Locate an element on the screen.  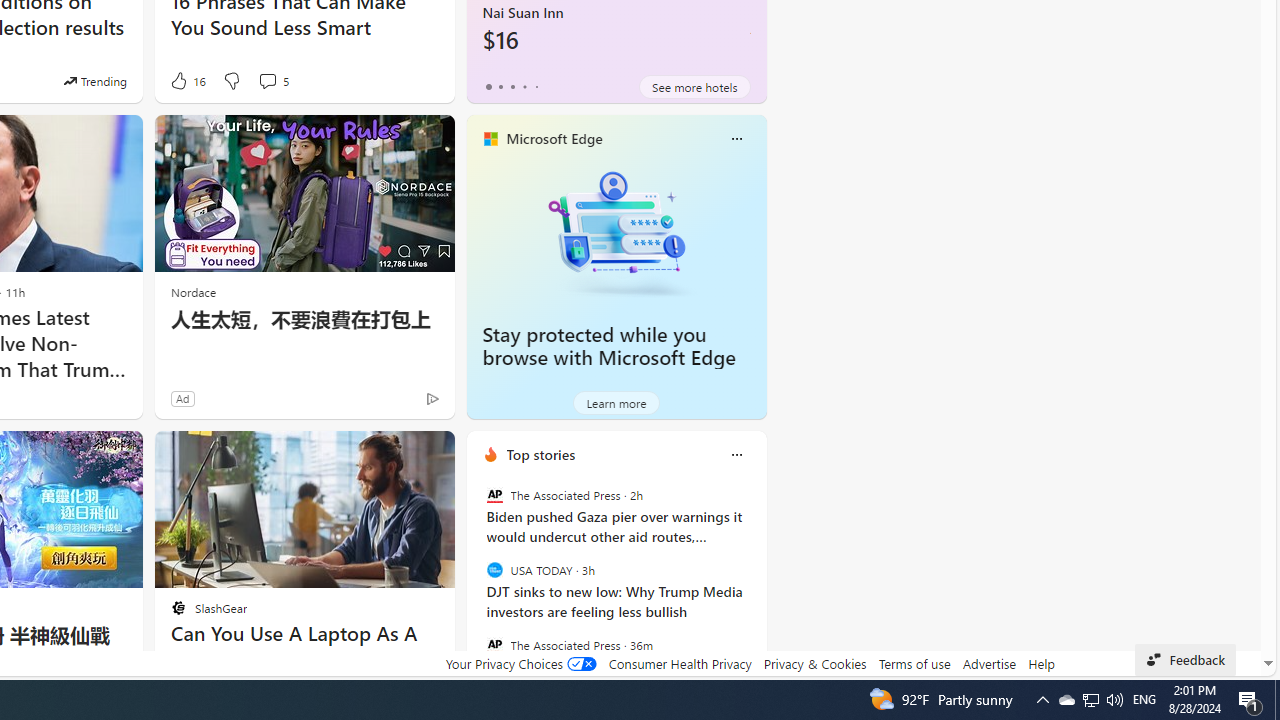
'Terms of use' is located at coordinates (913, 663).